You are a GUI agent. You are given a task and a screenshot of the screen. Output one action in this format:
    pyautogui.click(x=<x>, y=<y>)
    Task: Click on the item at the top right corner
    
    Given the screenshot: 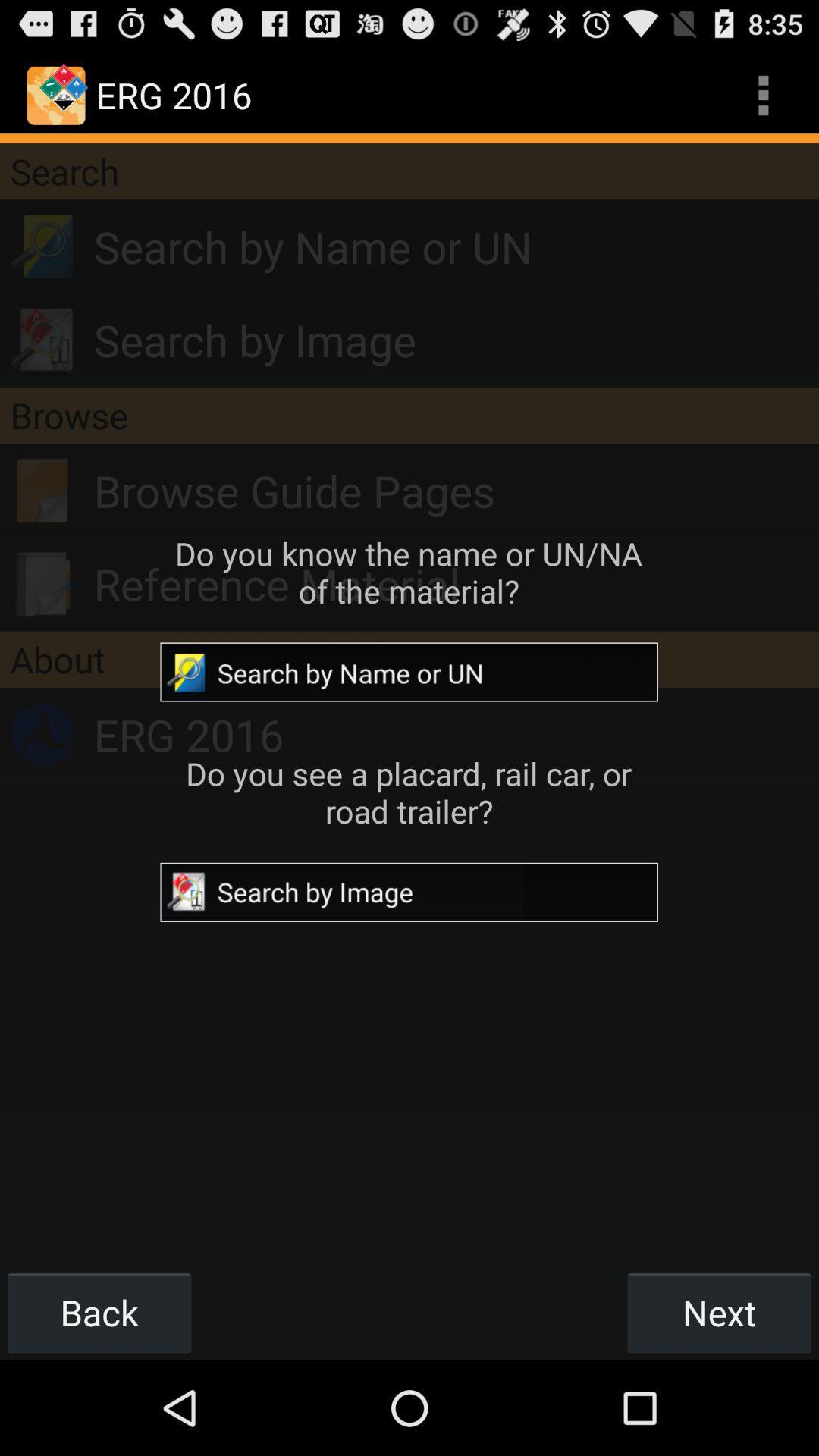 What is the action you would take?
    pyautogui.click(x=763, y=94)
    